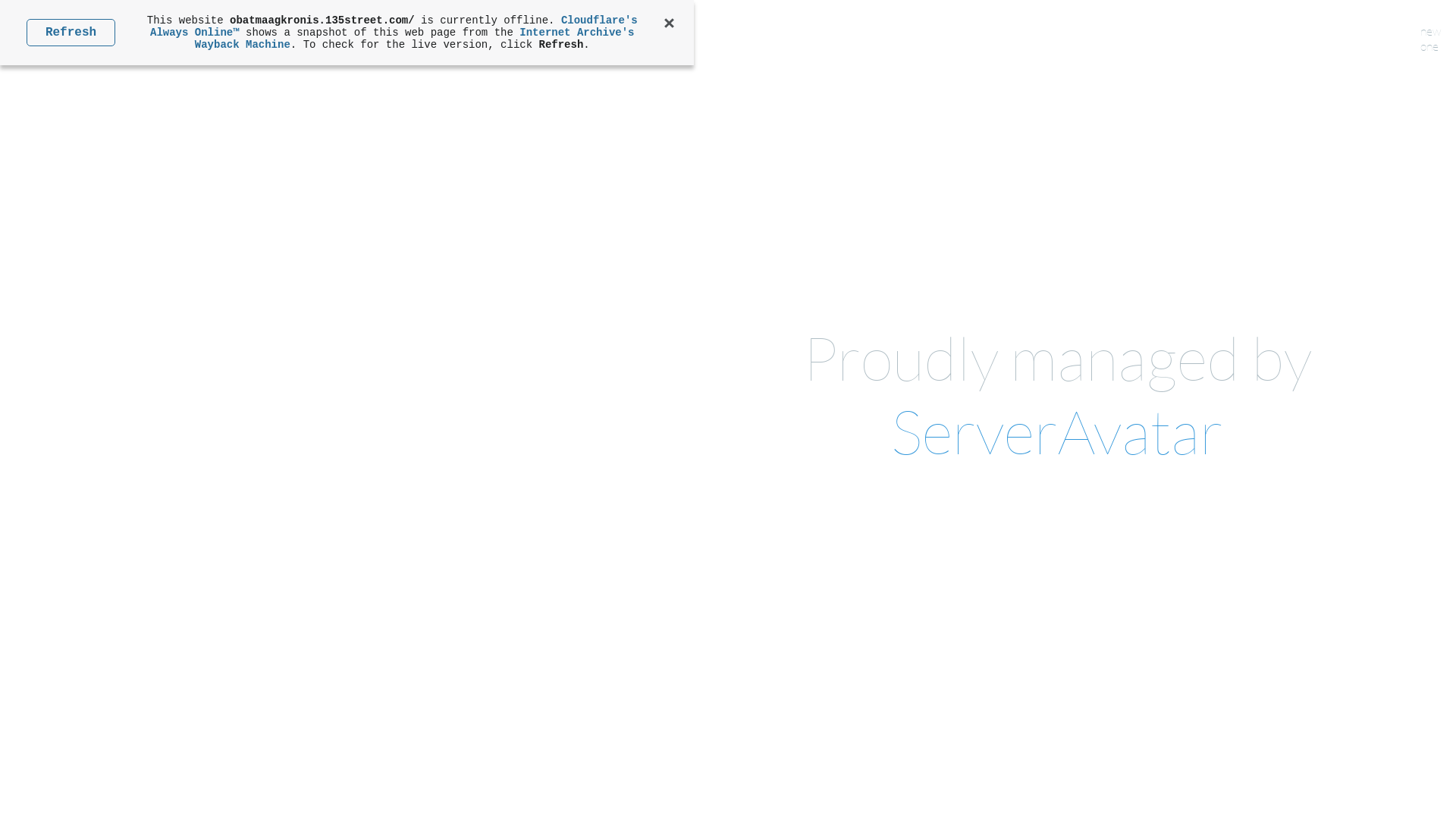  What do you see at coordinates (1056, 431) in the screenshot?
I see `'ServerAvatar'` at bounding box center [1056, 431].